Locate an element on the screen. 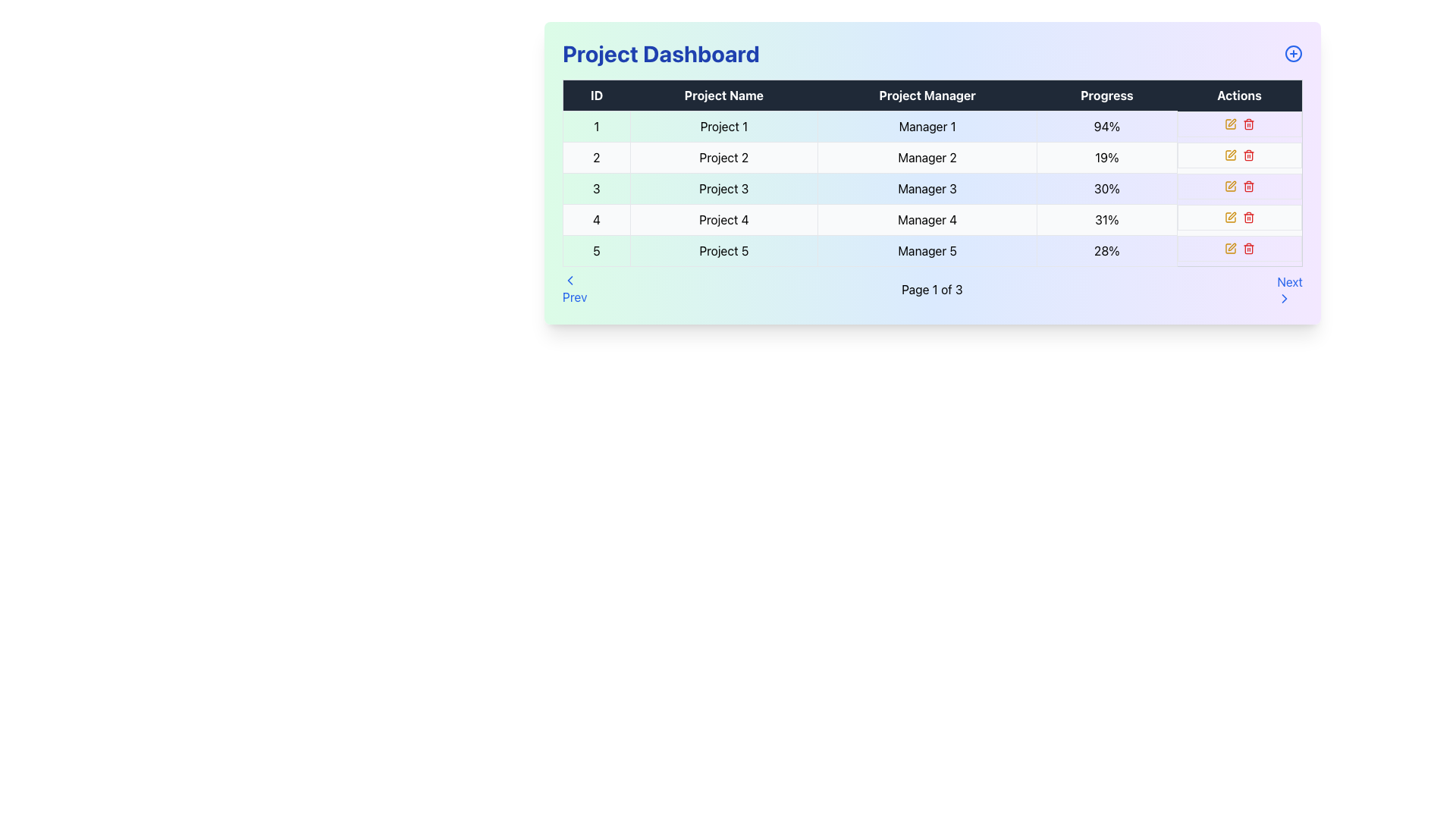 The height and width of the screenshot is (819, 1456). the Text Display Cell containing the text 'Manager 5' in the 'Project Manager' column, 5th row of the table is located at coordinates (927, 250).